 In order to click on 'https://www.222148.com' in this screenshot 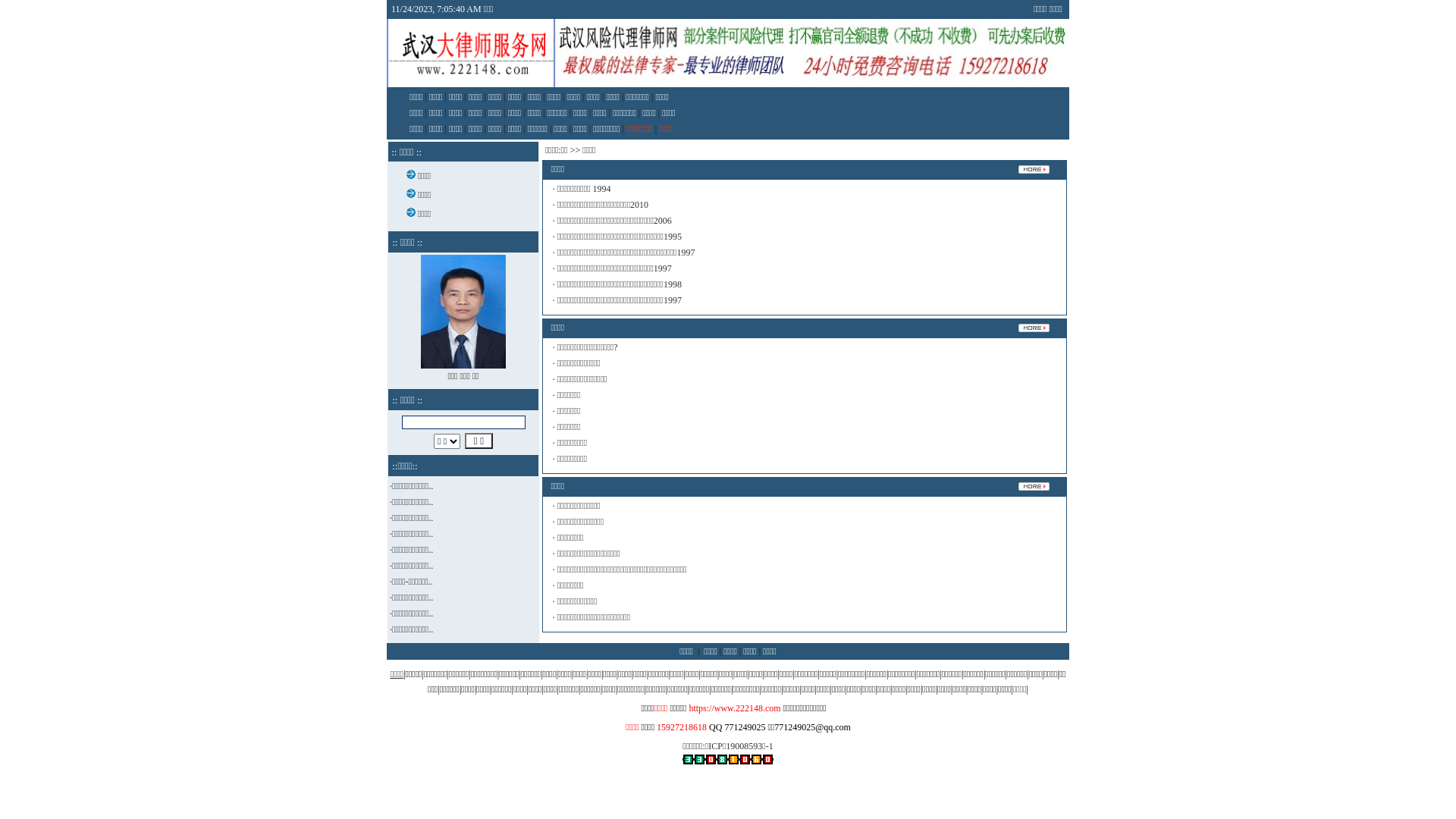, I will do `click(734, 708)`.